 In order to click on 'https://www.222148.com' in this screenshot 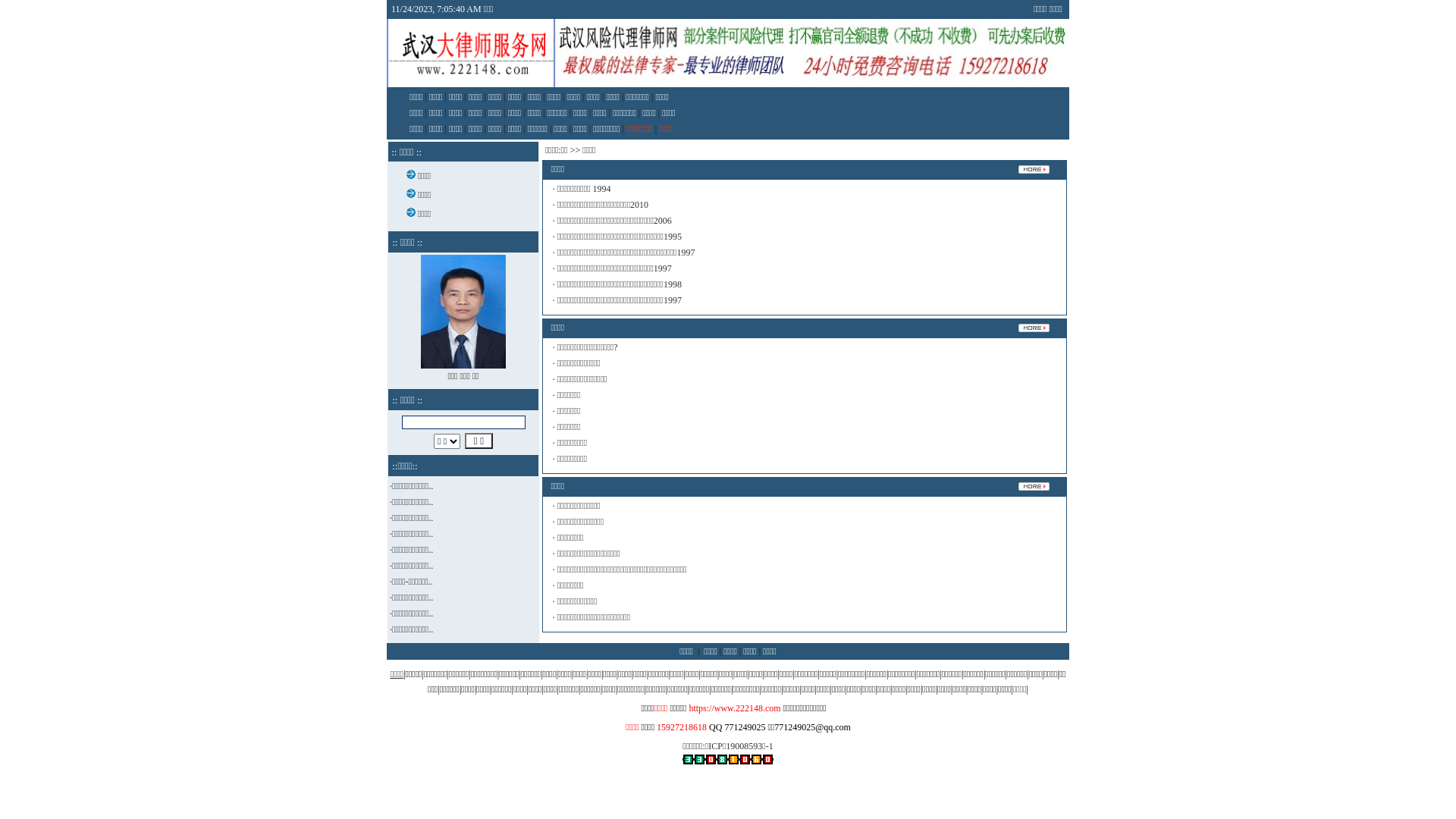, I will do `click(734, 708)`.